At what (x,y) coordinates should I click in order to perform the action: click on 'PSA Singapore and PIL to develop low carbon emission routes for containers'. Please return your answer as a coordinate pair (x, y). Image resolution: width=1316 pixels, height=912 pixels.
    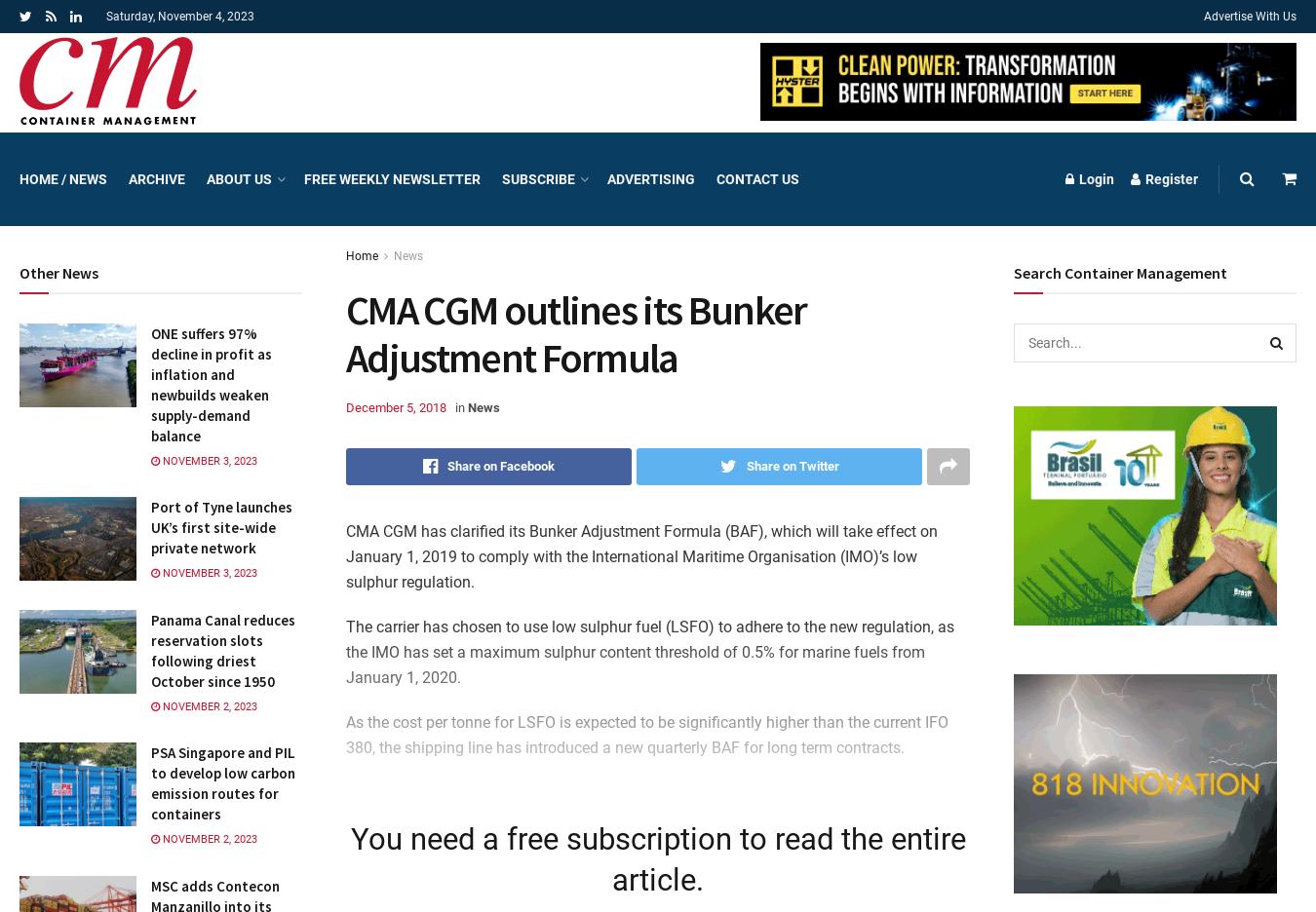
    Looking at the image, I should click on (221, 782).